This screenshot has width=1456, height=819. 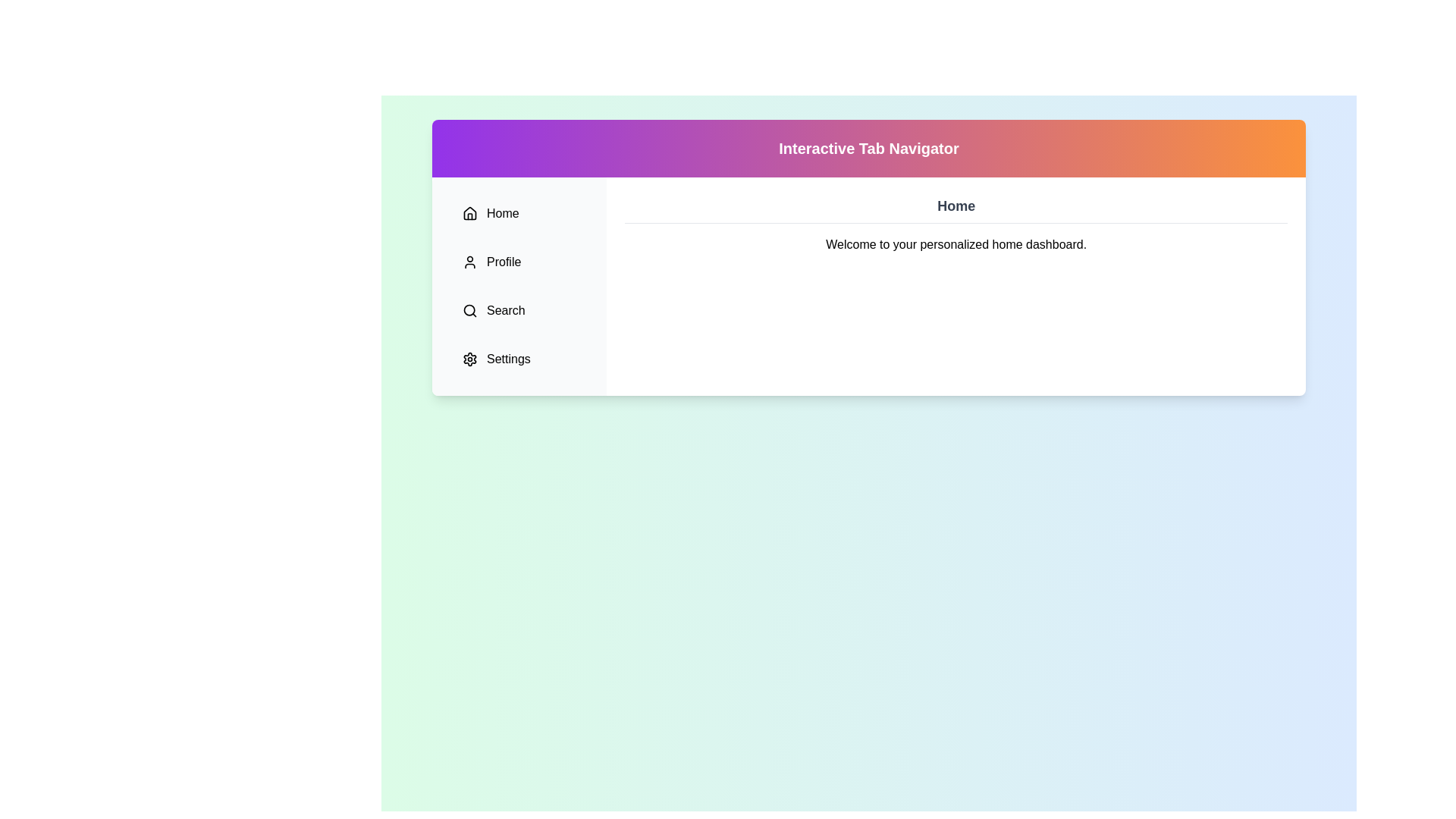 I want to click on the Settings tab from the sidebar menu, so click(x=519, y=359).